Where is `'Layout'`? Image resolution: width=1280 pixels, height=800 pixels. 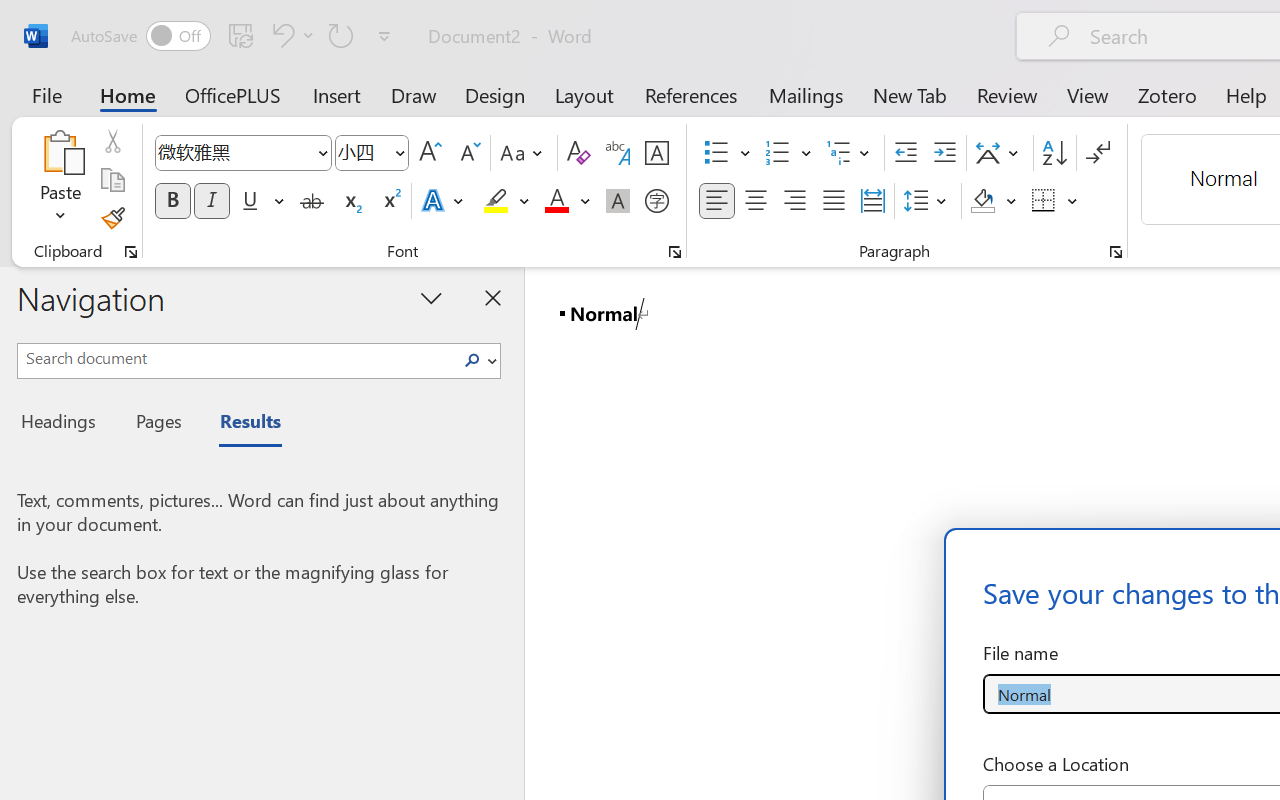 'Layout' is located at coordinates (583, 94).